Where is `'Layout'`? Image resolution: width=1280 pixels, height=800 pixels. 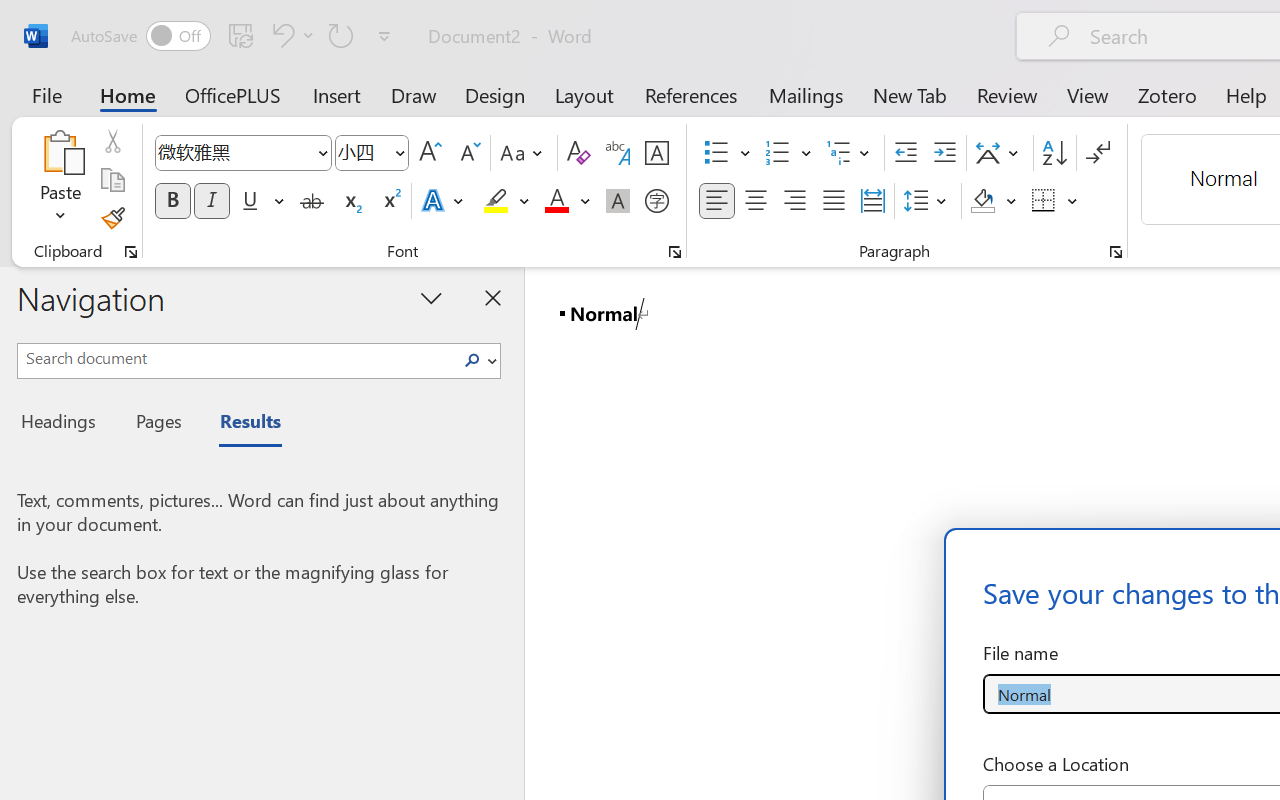 'Layout' is located at coordinates (583, 94).